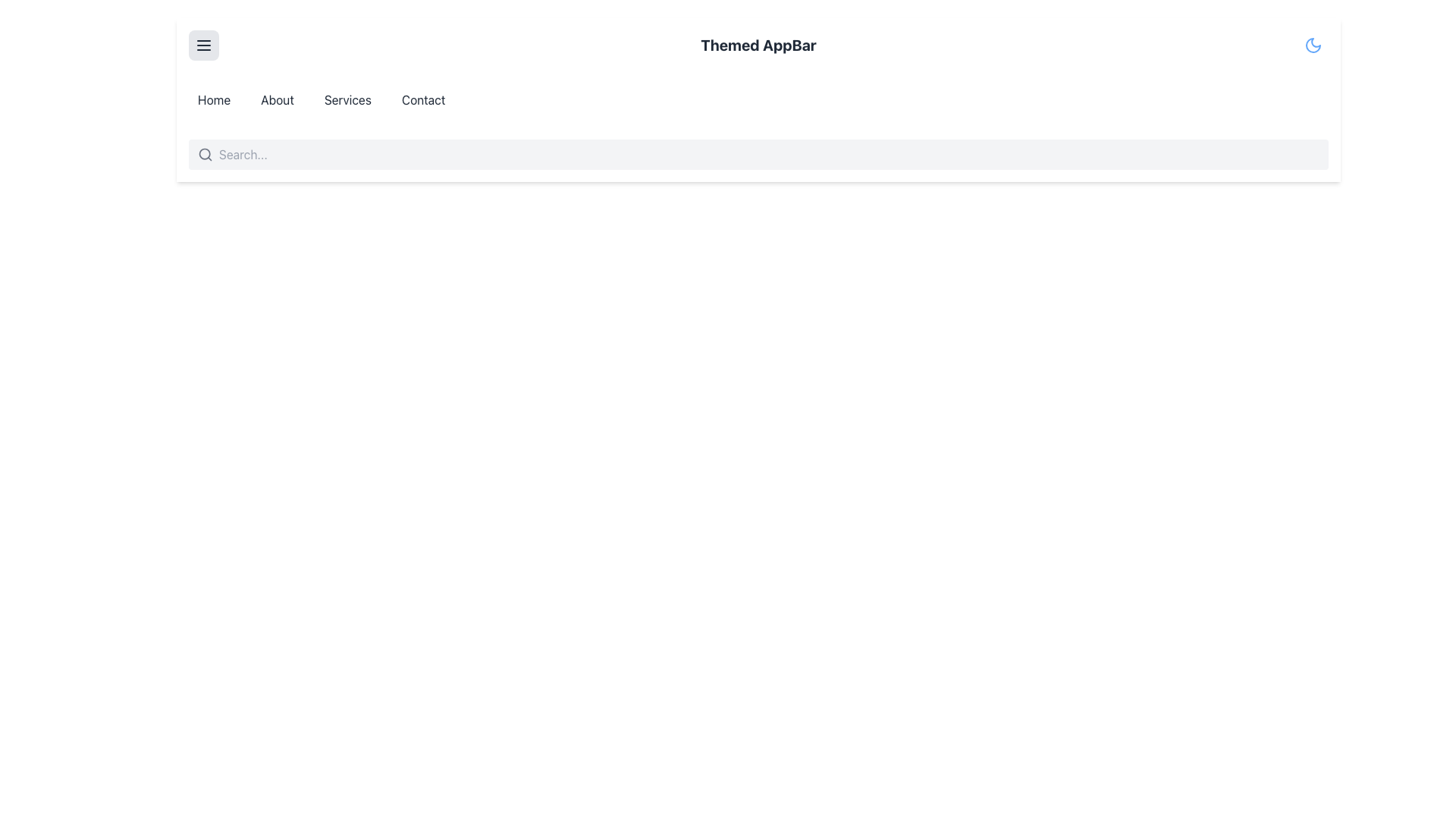 This screenshot has height=819, width=1456. Describe the element at coordinates (1313, 45) in the screenshot. I see `the theme toggle icon located at the far right of the top navigation bar to switch between light and dark themes` at that location.